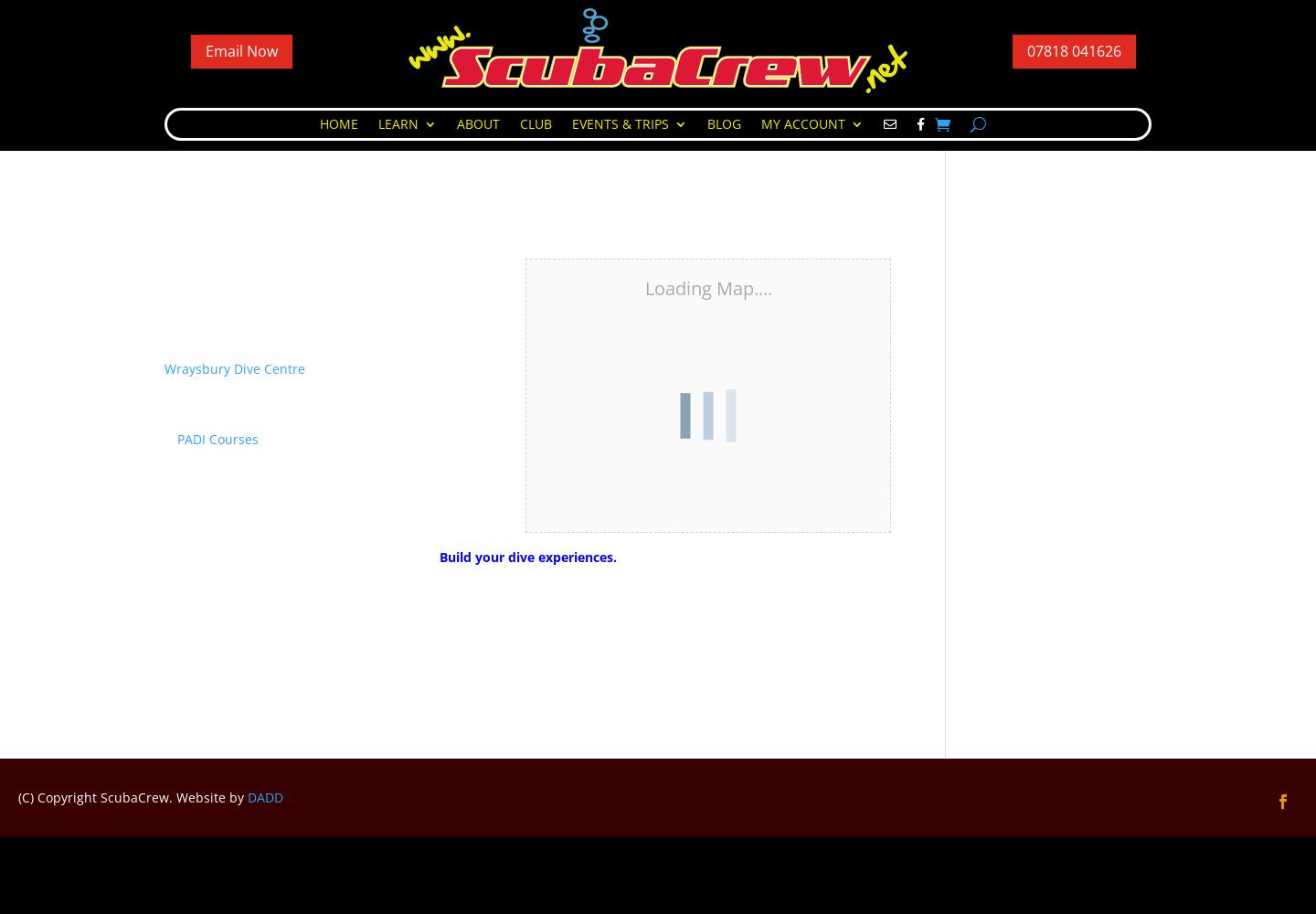  I want to click on 'Kids Scuba Parties', so click(661, 175).